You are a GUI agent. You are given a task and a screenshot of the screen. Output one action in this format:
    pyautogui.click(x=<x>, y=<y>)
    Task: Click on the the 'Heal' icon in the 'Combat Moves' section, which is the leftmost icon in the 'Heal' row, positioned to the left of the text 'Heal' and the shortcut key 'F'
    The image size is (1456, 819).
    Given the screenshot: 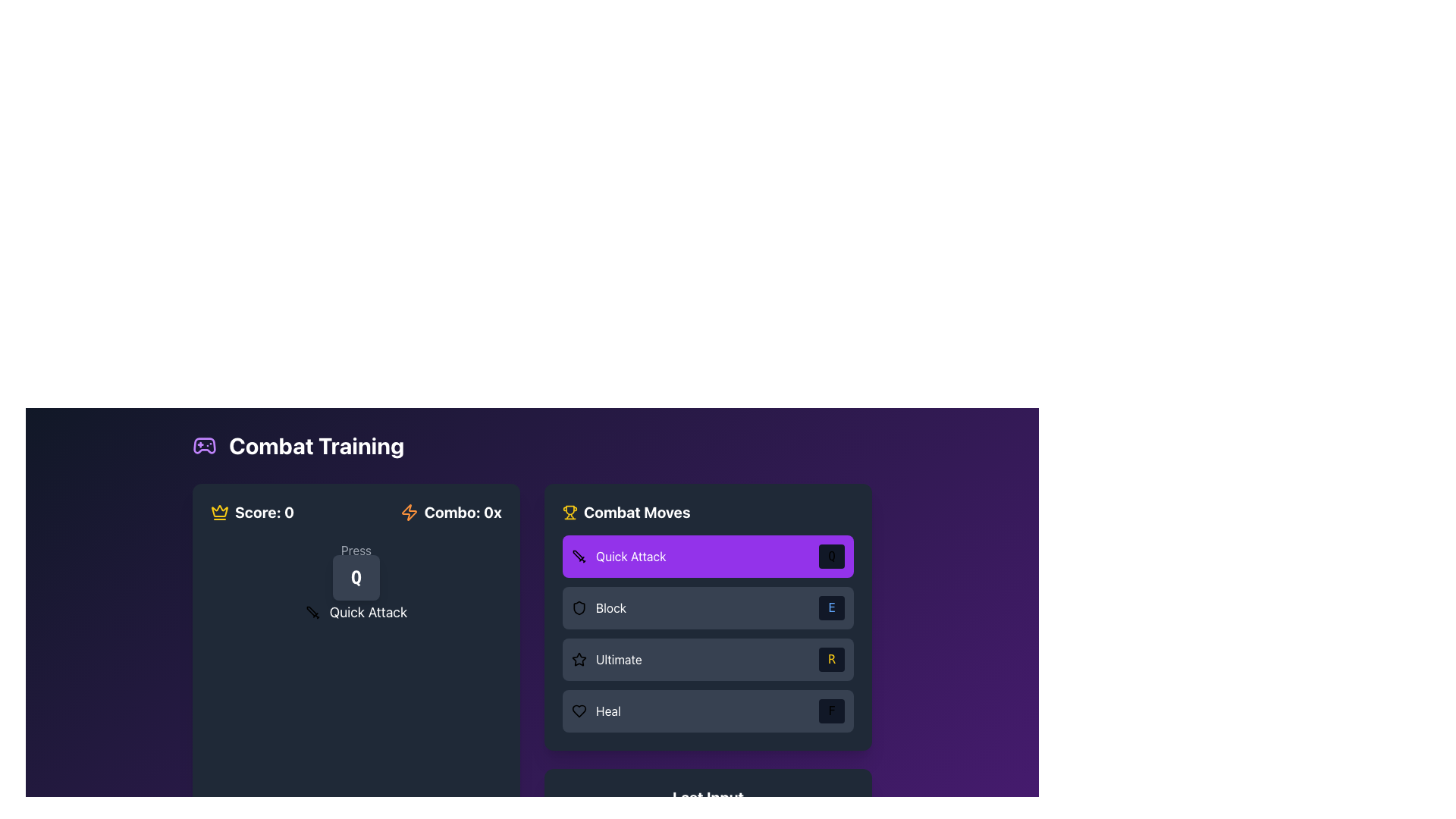 What is the action you would take?
    pyautogui.click(x=578, y=711)
    